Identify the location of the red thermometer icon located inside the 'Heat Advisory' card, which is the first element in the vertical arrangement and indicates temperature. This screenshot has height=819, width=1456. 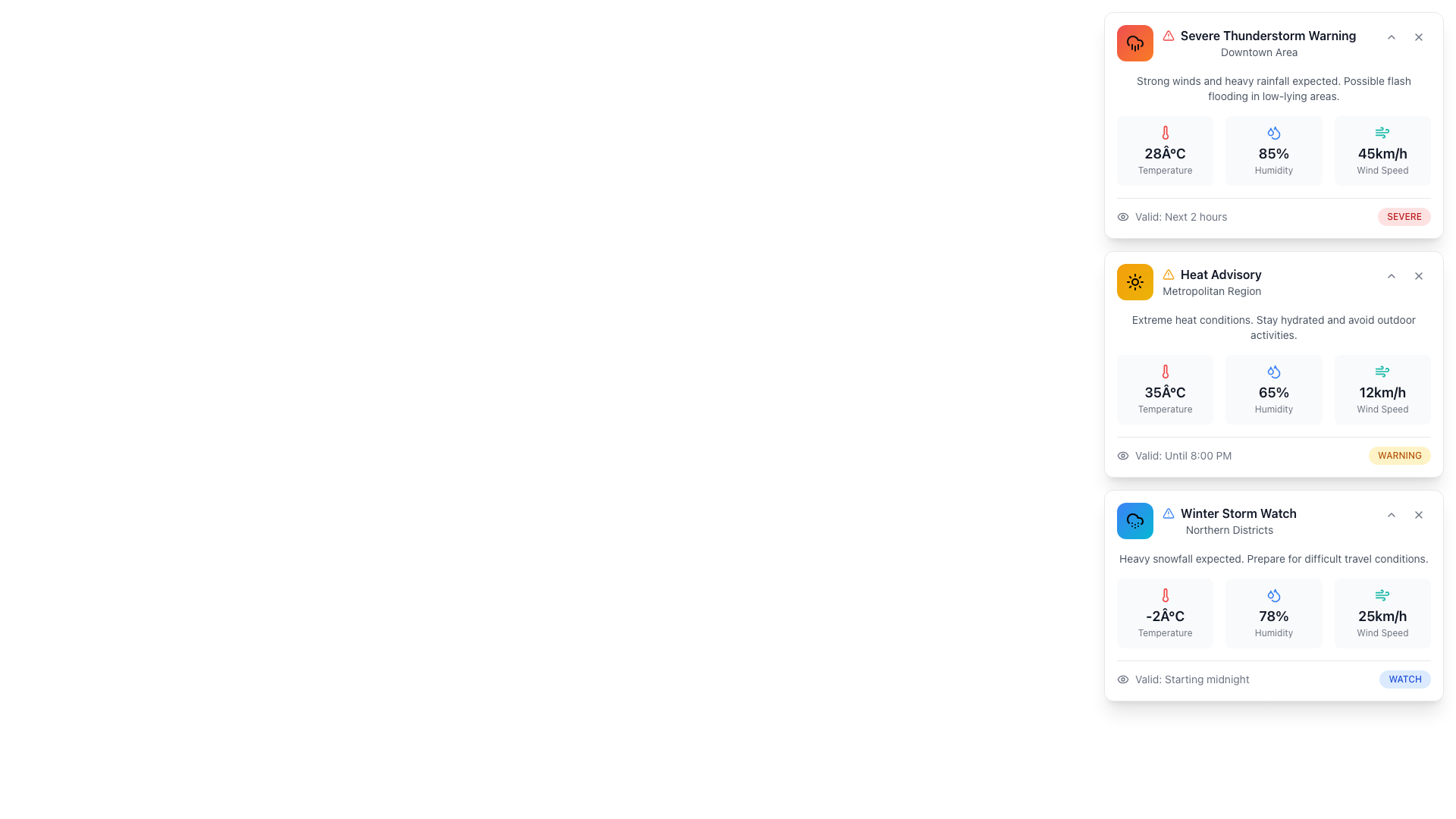
(1164, 371).